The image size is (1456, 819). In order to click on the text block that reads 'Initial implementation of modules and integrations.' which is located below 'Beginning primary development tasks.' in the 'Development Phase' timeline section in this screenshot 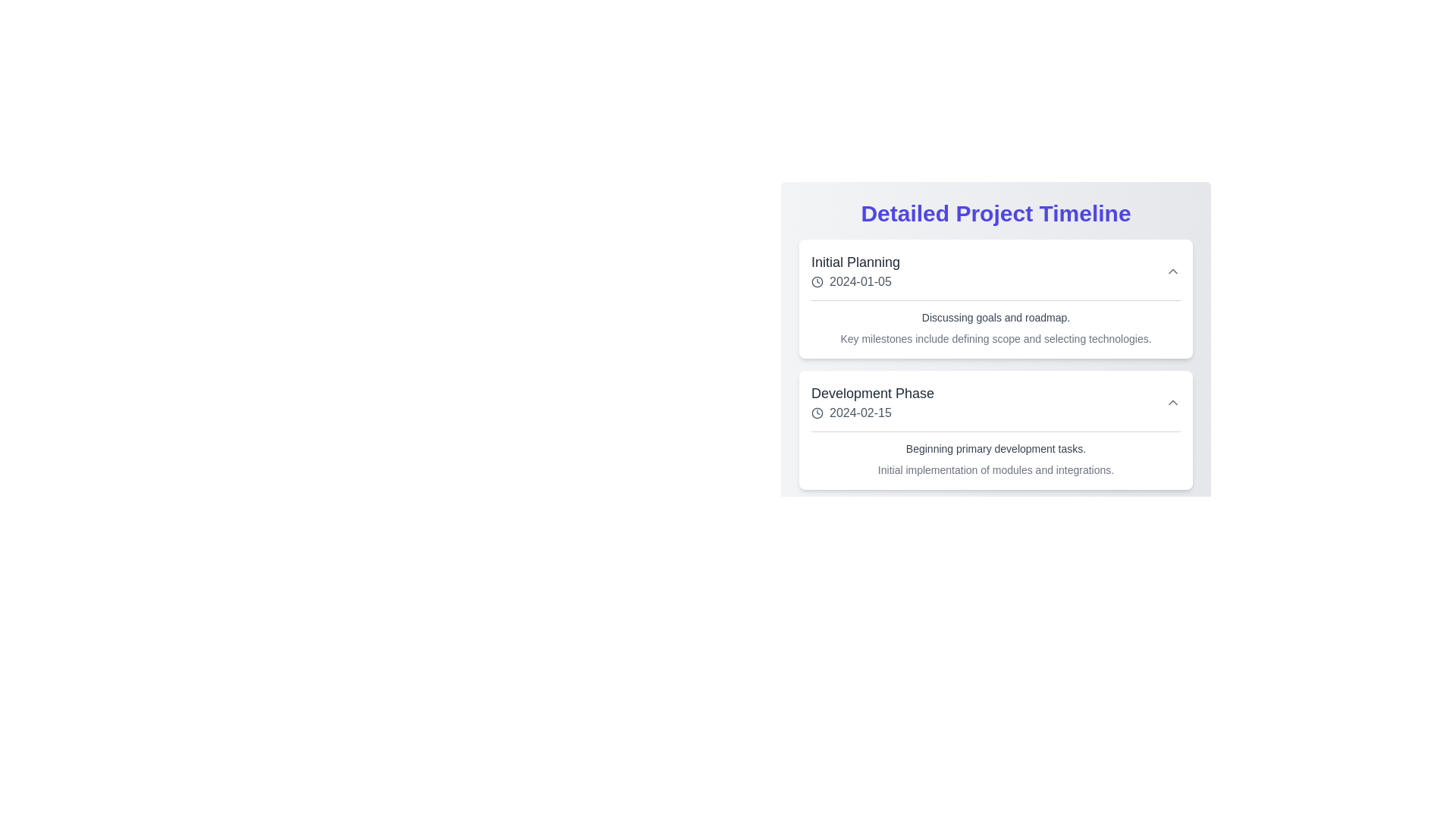, I will do `click(996, 469)`.